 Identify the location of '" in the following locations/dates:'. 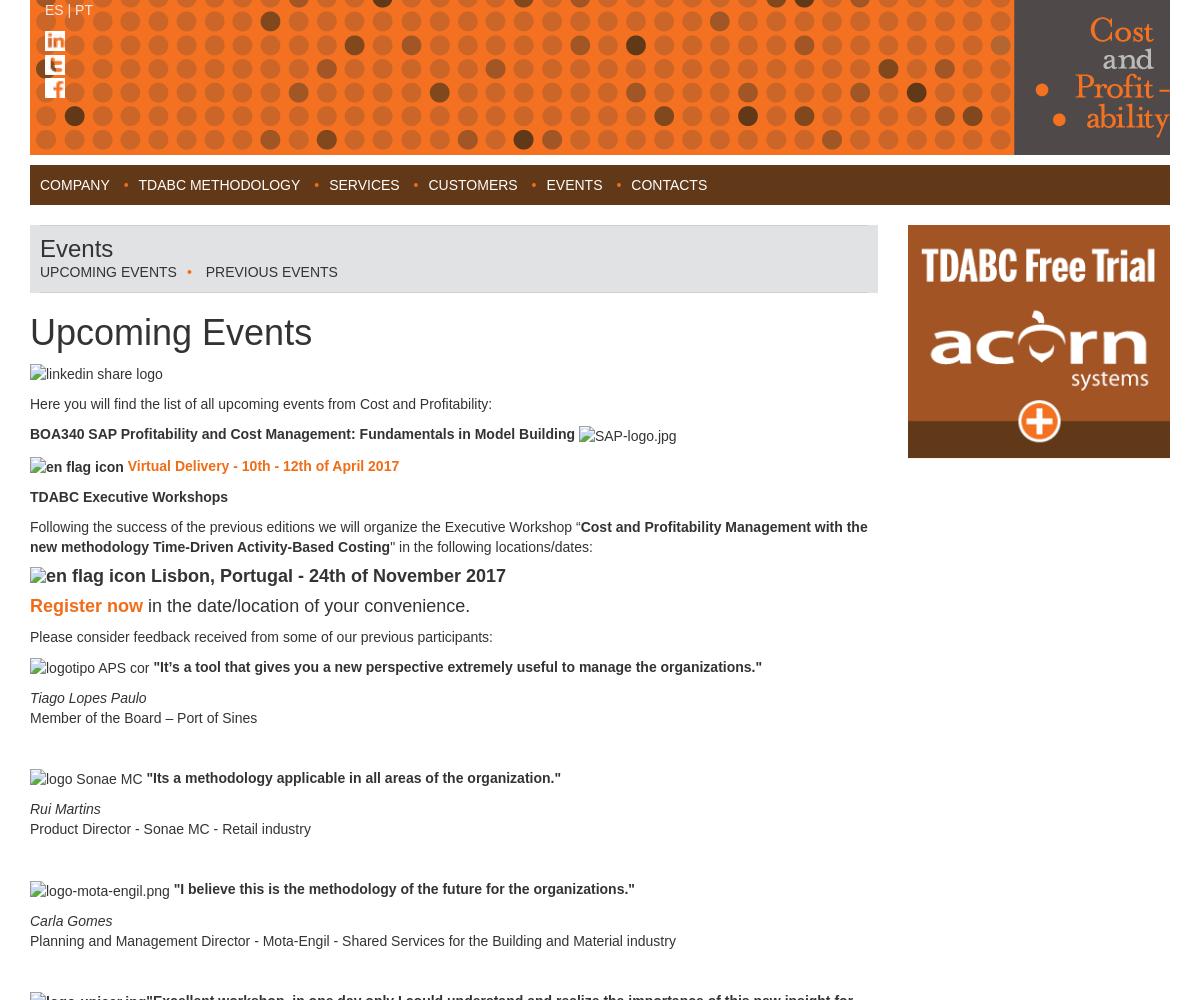
(490, 546).